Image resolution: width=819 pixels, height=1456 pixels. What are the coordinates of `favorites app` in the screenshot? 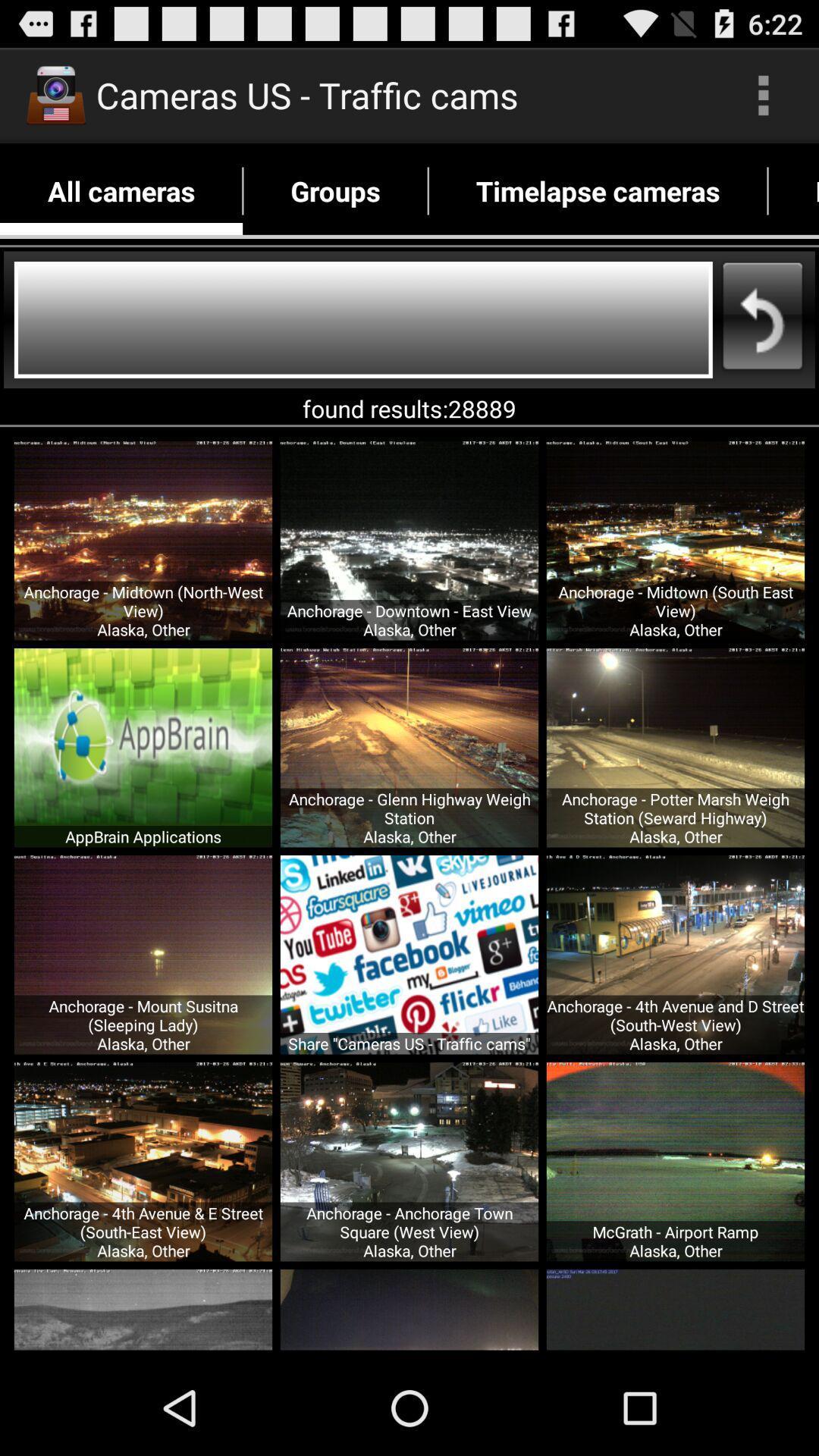 It's located at (792, 190).